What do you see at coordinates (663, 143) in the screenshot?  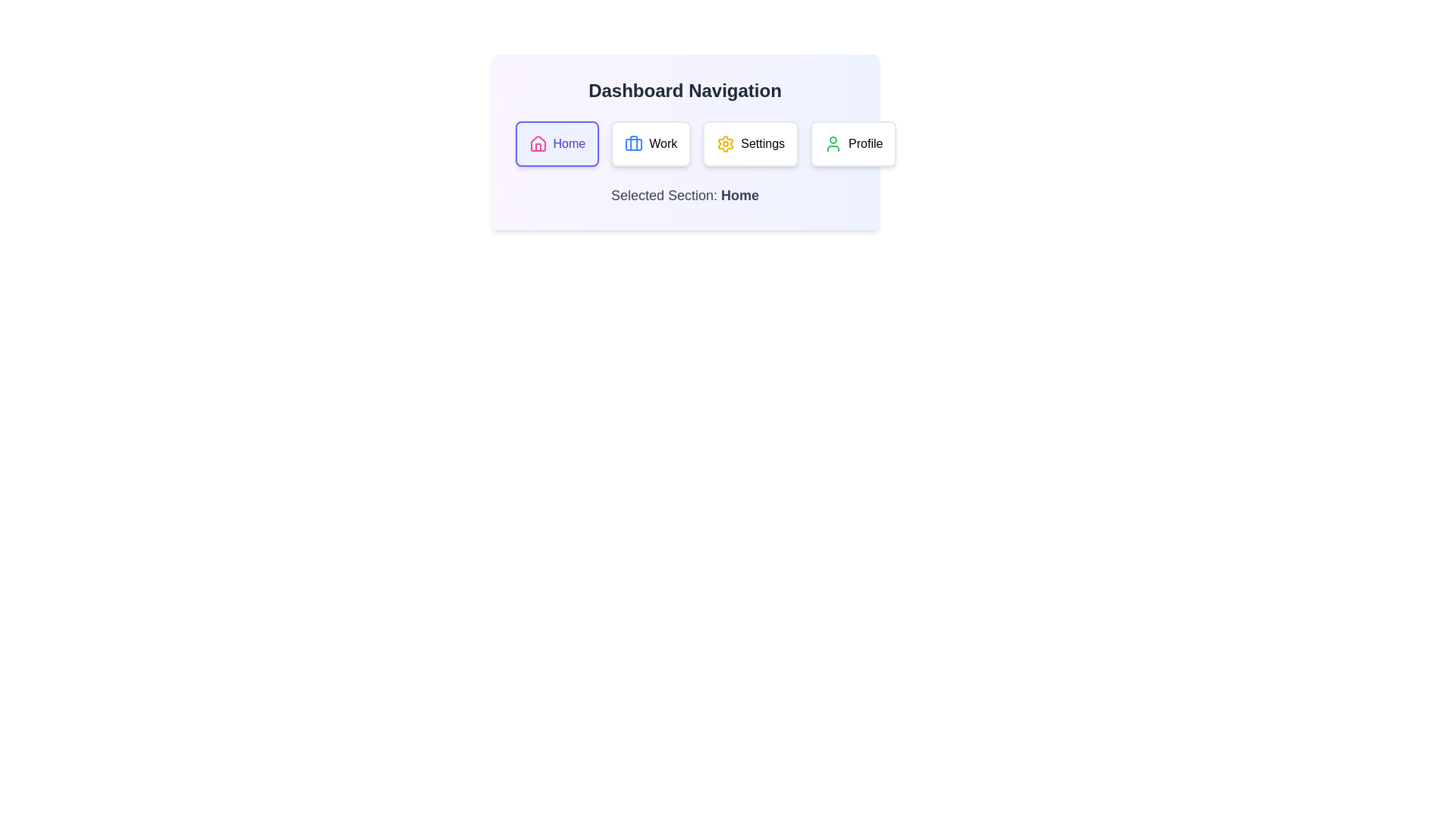 I see `the text label 'Work' within the button that has a blue briefcase icon` at bounding box center [663, 143].